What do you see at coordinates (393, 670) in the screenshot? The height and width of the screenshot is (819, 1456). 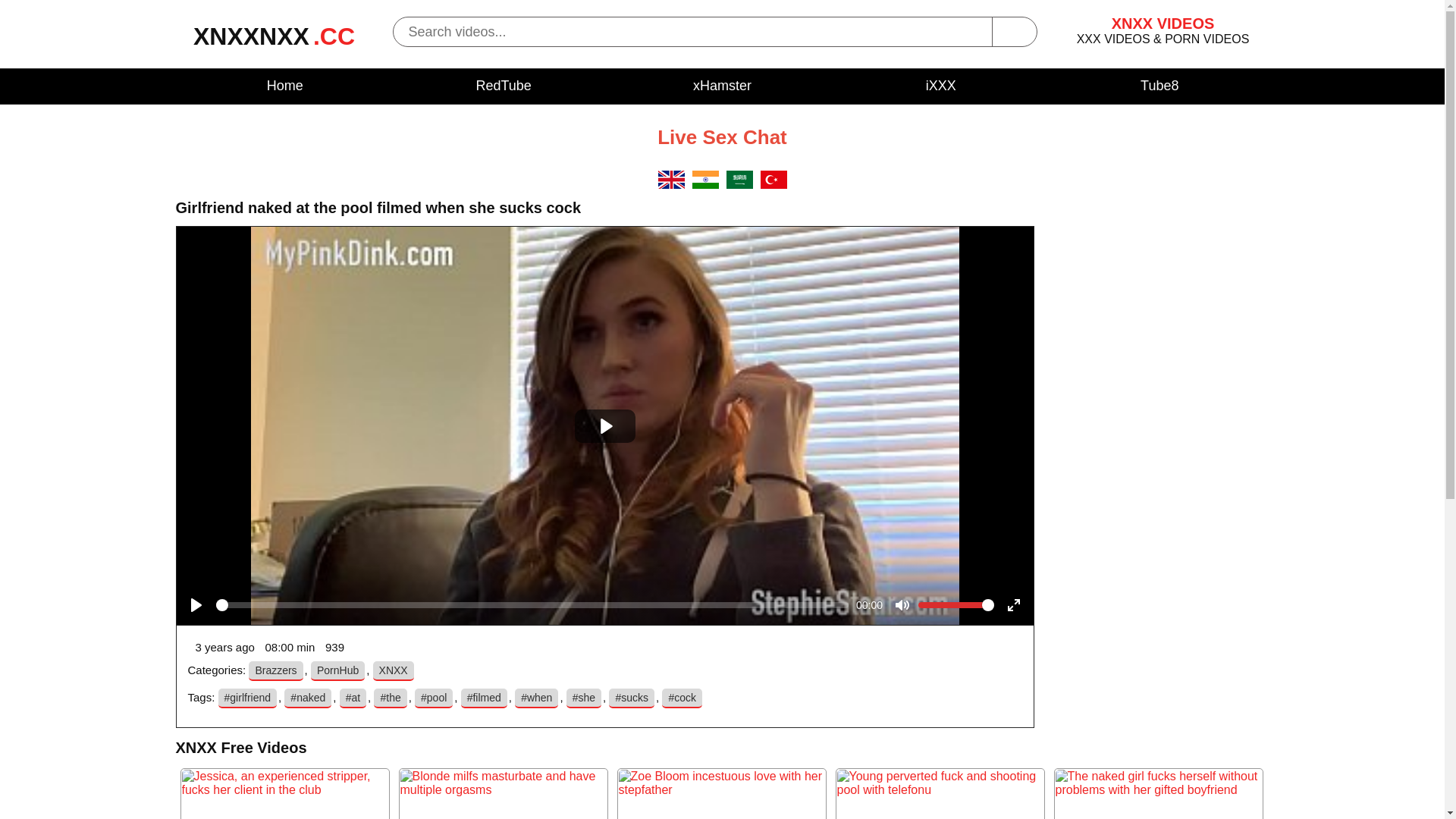 I see `'XNXX'` at bounding box center [393, 670].